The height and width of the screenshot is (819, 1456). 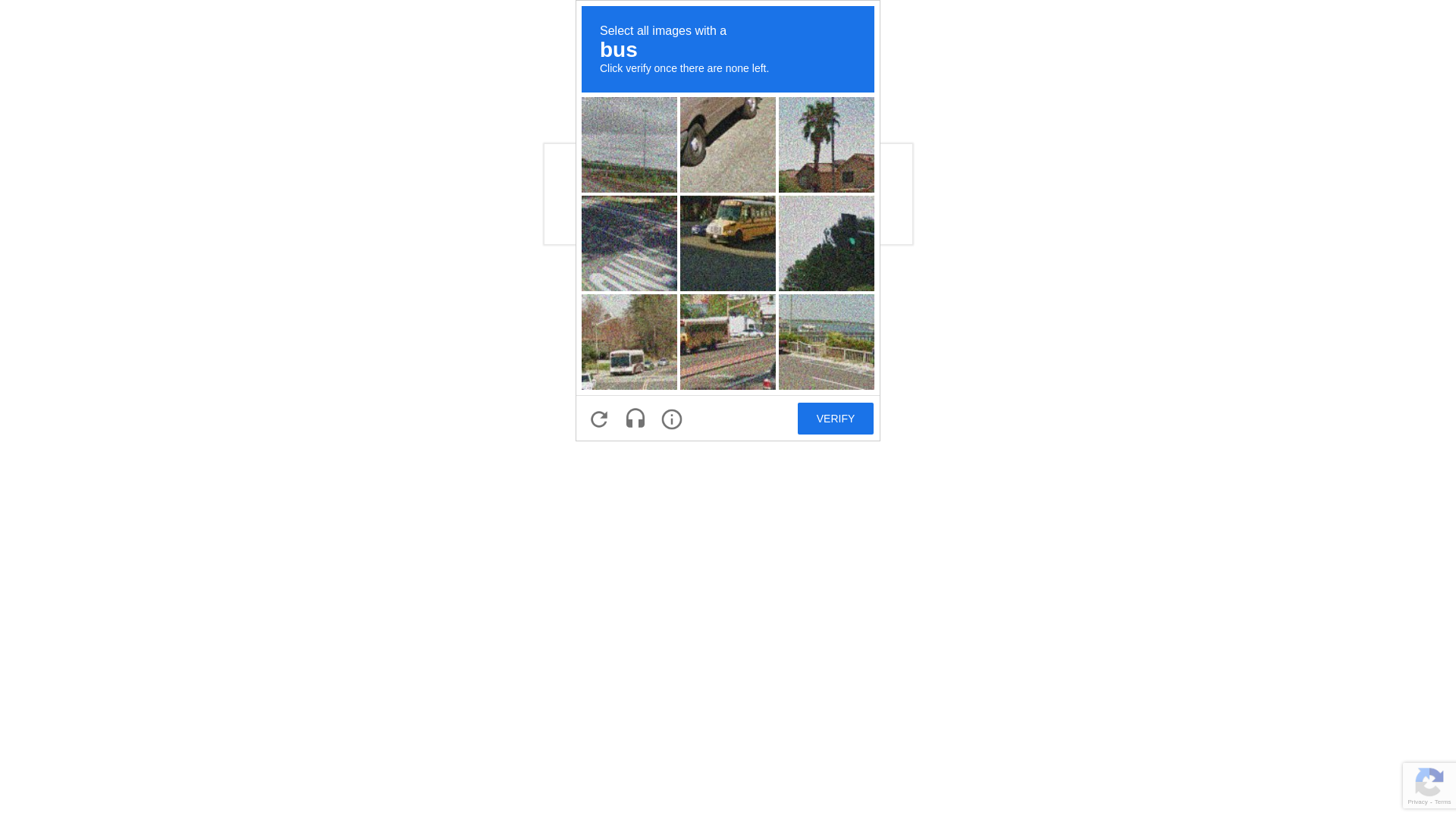 What do you see at coordinates (728, 220) in the screenshot?
I see `'recaptcha challenge expires in two minutes'` at bounding box center [728, 220].